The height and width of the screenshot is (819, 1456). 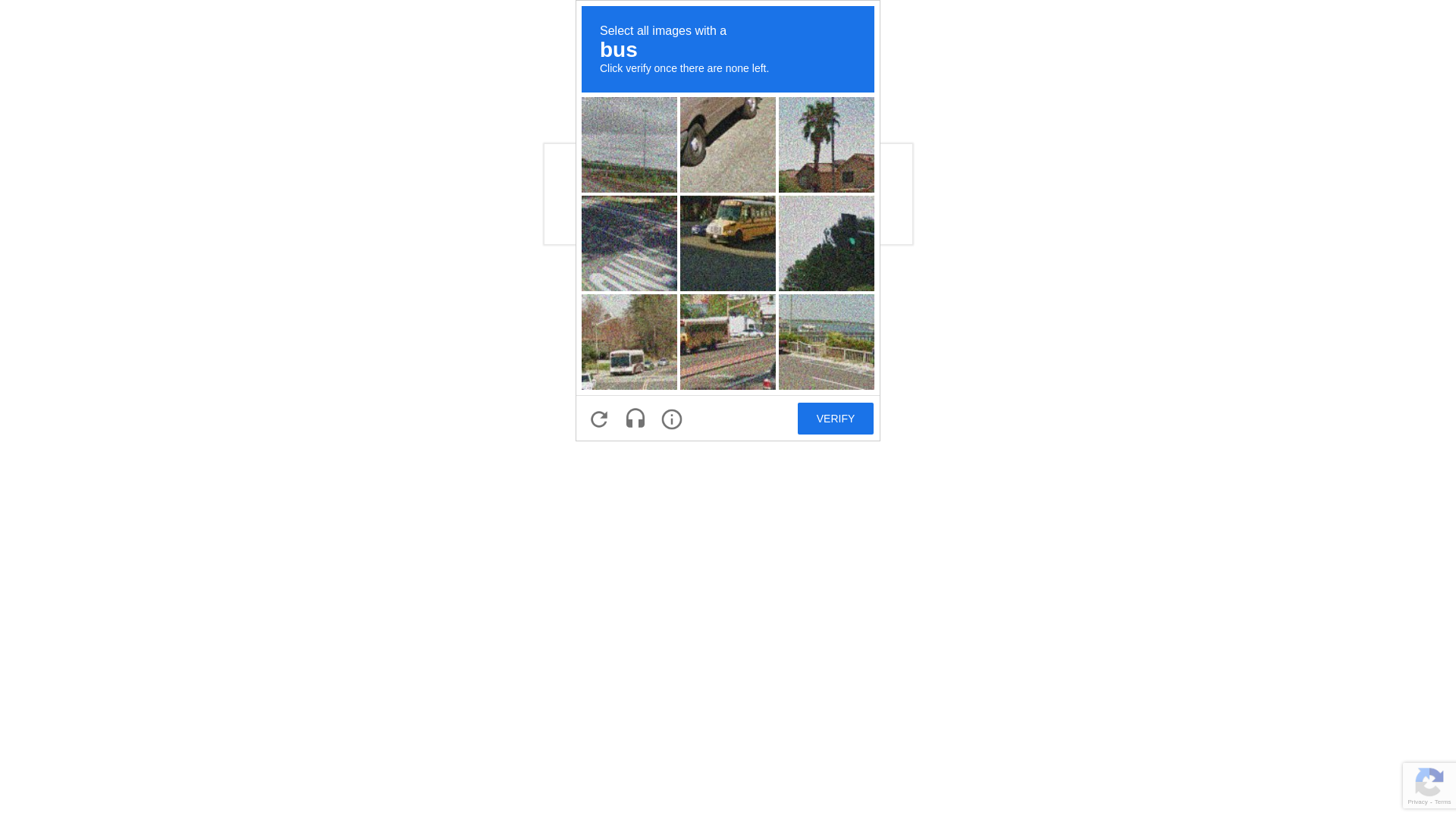 What do you see at coordinates (728, 220) in the screenshot?
I see `'recaptcha challenge expires in two minutes'` at bounding box center [728, 220].